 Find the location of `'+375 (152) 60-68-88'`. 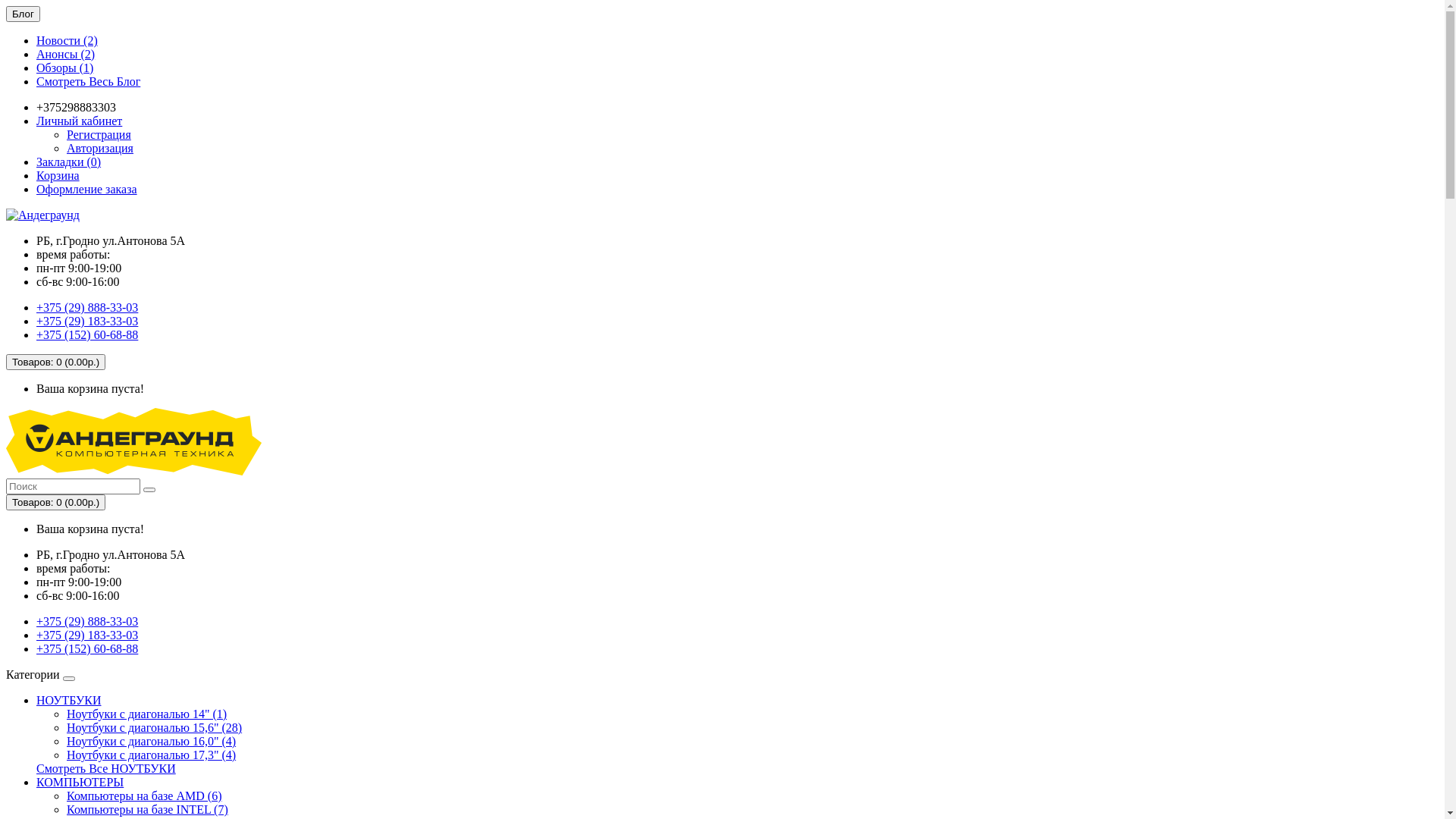

'+375 (152) 60-68-88' is located at coordinates (86, 648).